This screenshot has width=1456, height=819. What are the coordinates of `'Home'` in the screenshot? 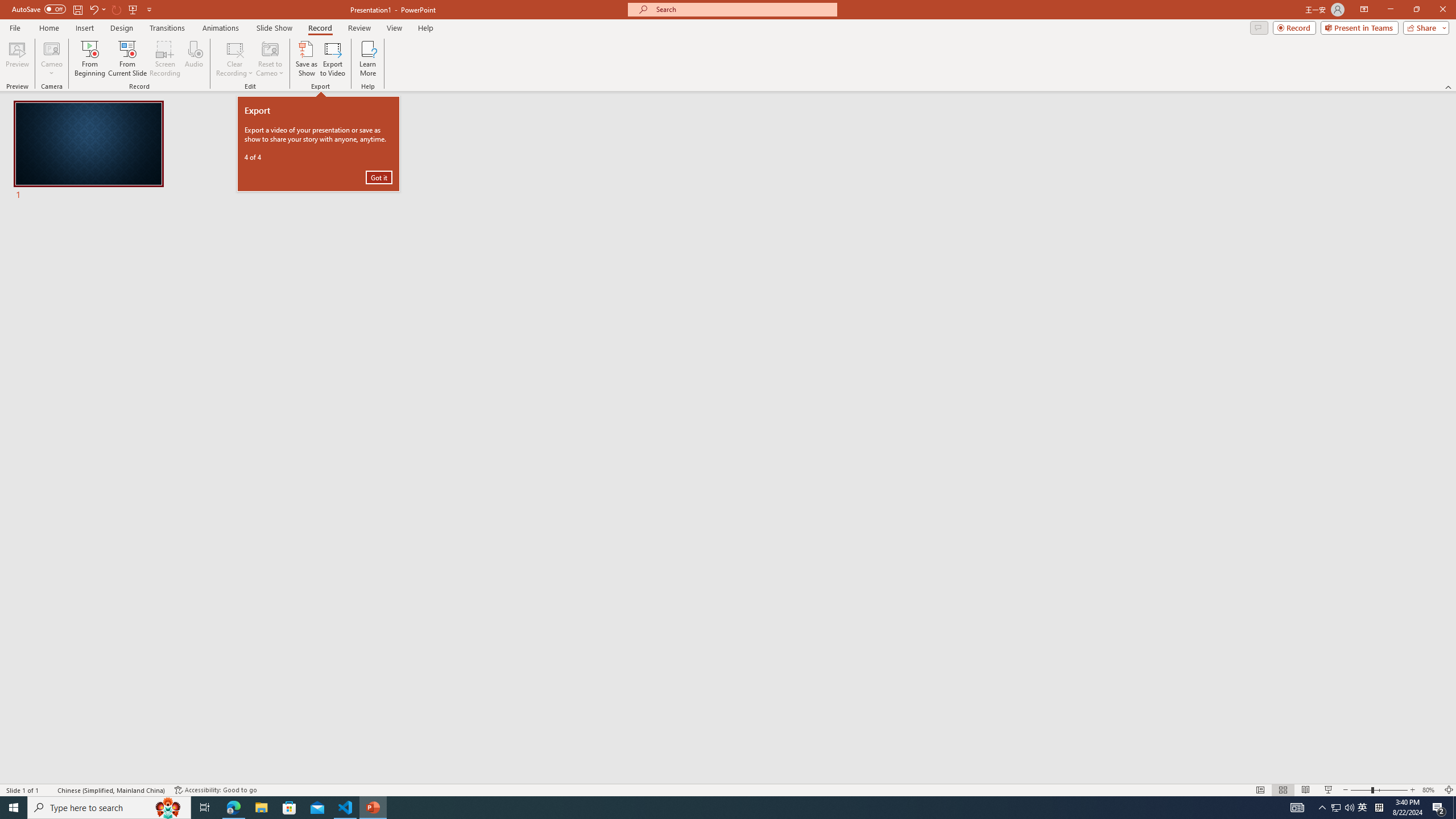 It's located at (48, 28).